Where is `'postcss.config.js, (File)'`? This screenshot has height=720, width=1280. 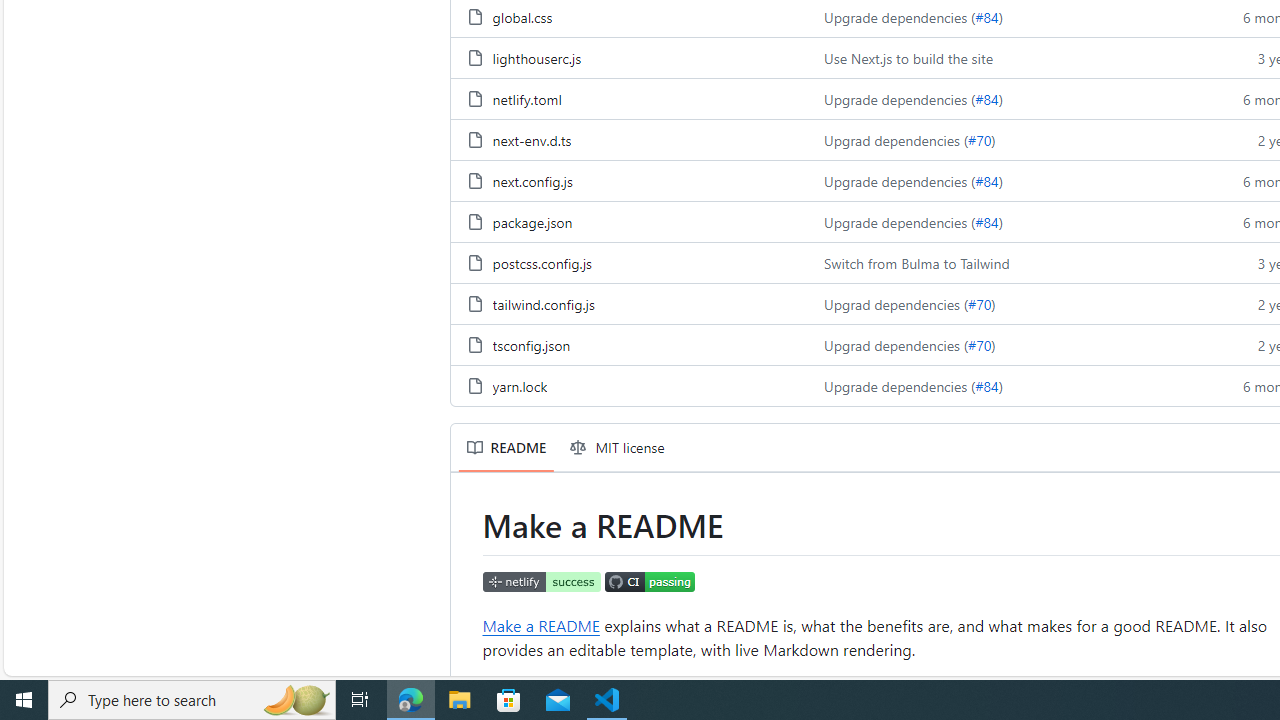
'postcss.config.js, (File)' is located at coordinates (541, 261).